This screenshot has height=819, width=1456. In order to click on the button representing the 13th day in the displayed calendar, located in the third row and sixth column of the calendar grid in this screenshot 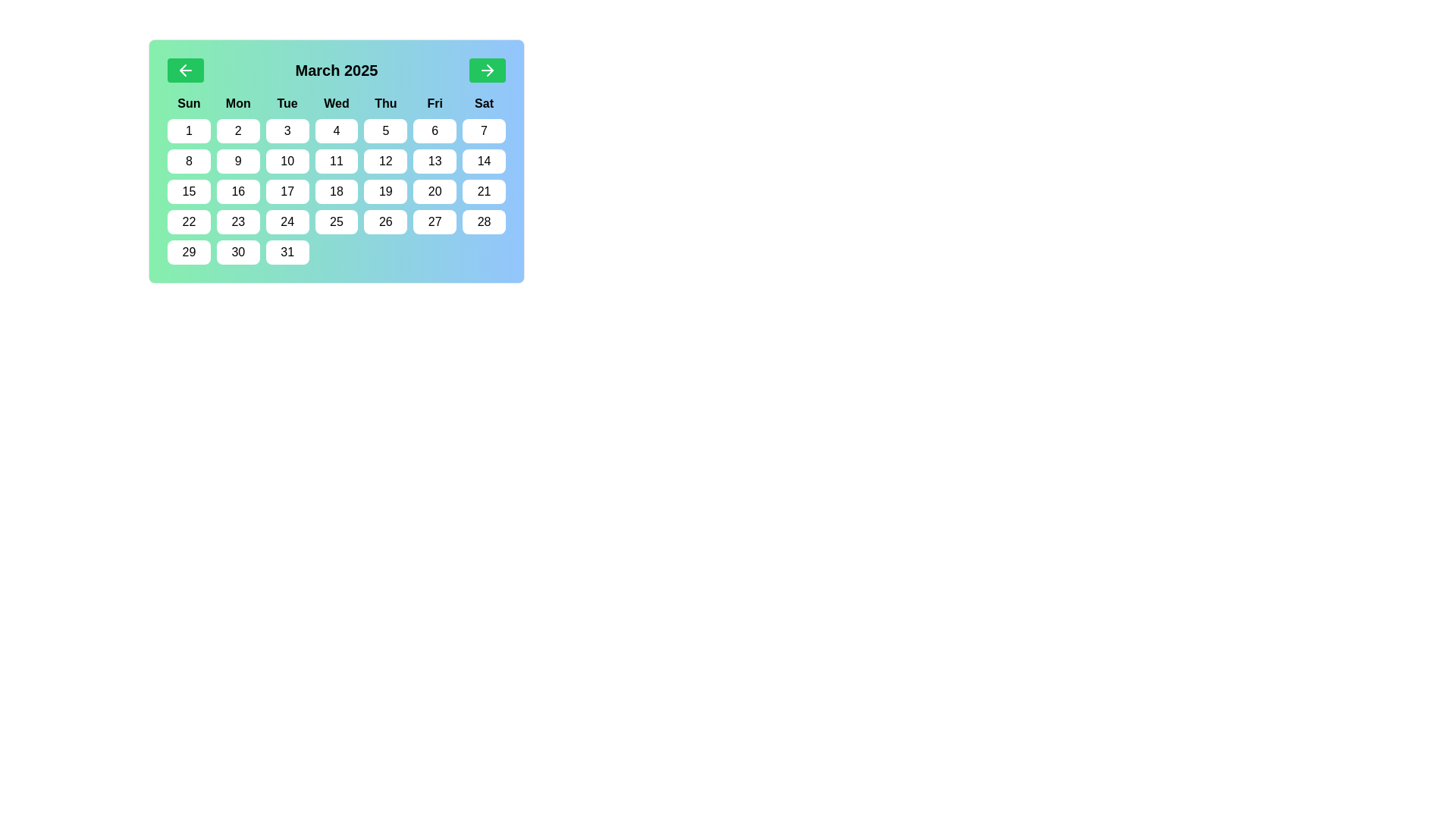, I will do `click(434, 161)`.